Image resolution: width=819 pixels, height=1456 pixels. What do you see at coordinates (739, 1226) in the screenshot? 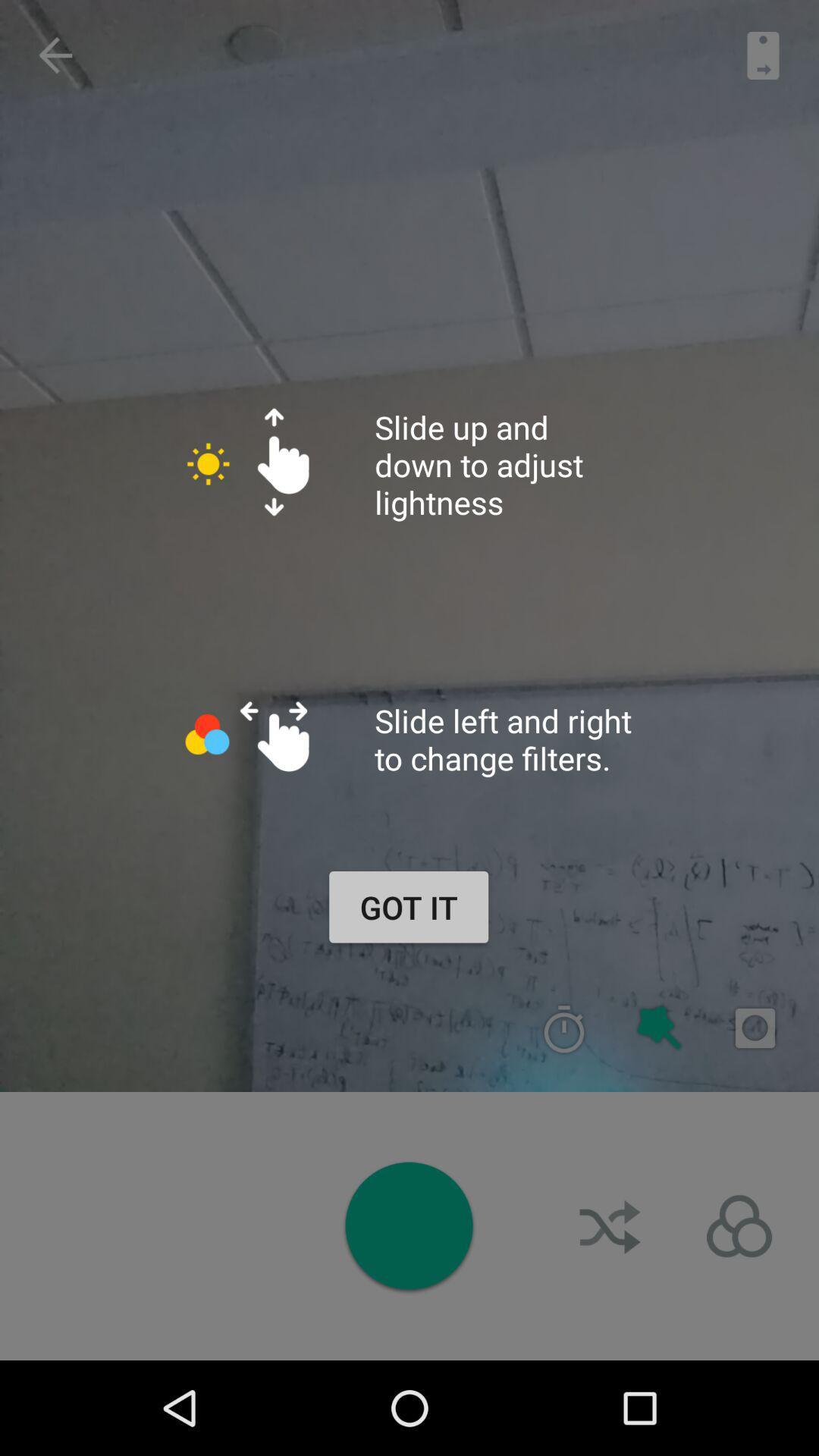
I see `rotate button` at bounding box center [739, 1226].